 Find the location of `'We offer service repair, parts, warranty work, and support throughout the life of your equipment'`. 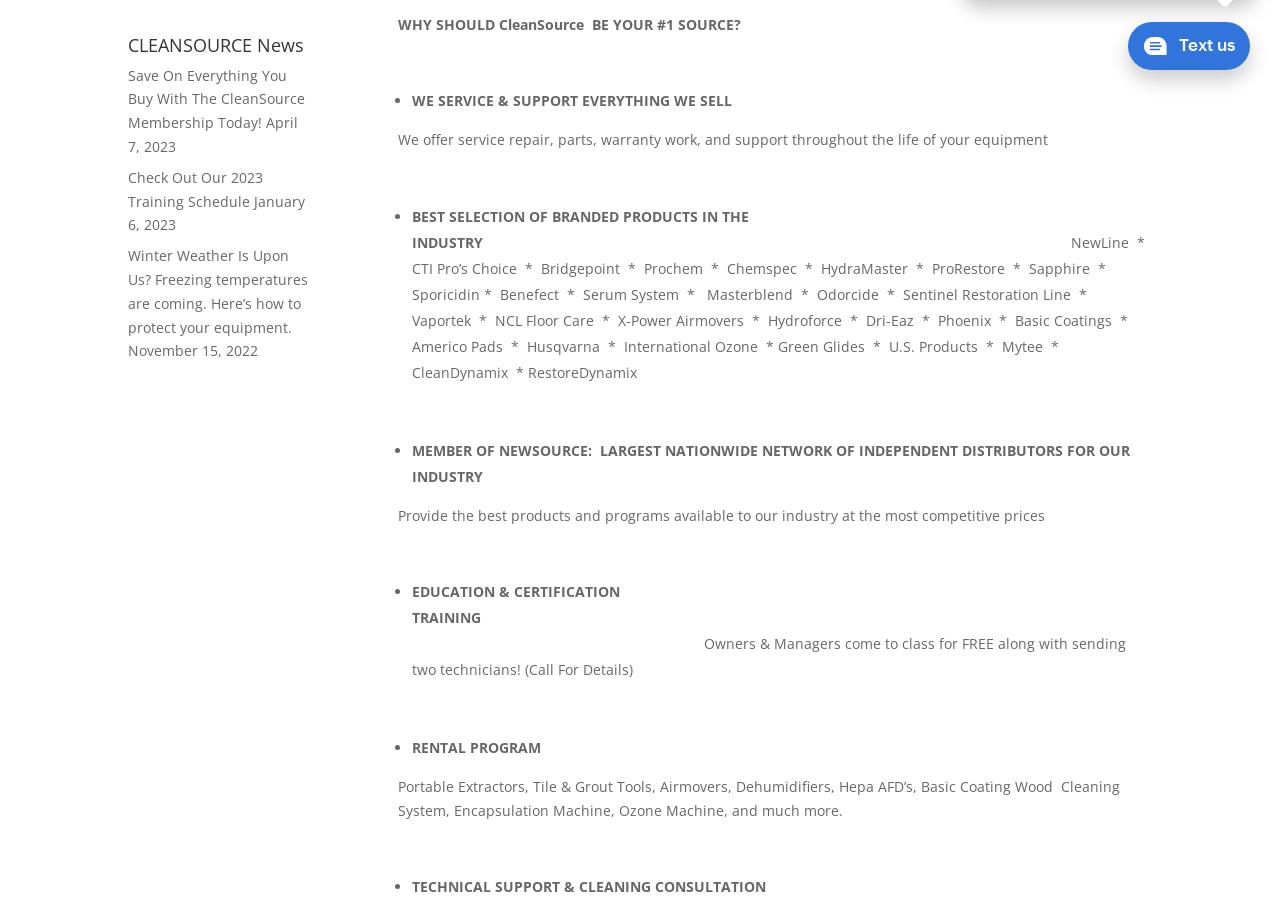

'We offer service repair, parts, warranty work, and support throughout the life of your equipment' is located at coordinates (721, 139).